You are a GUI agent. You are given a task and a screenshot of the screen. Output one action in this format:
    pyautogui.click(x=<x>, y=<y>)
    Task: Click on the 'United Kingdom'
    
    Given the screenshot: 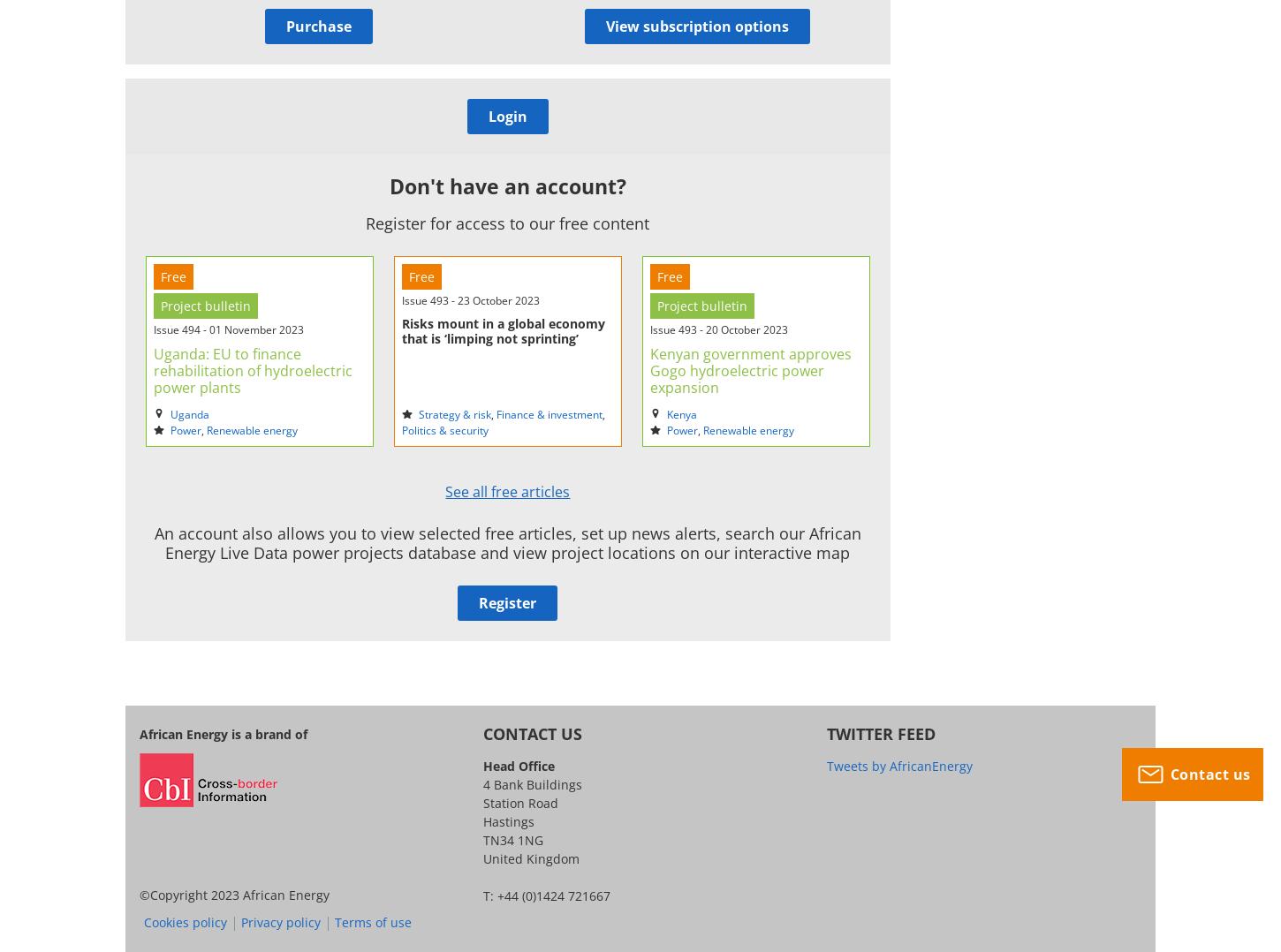 What is the action you would take?
    pyautogui.click(x=530, y=858)
    